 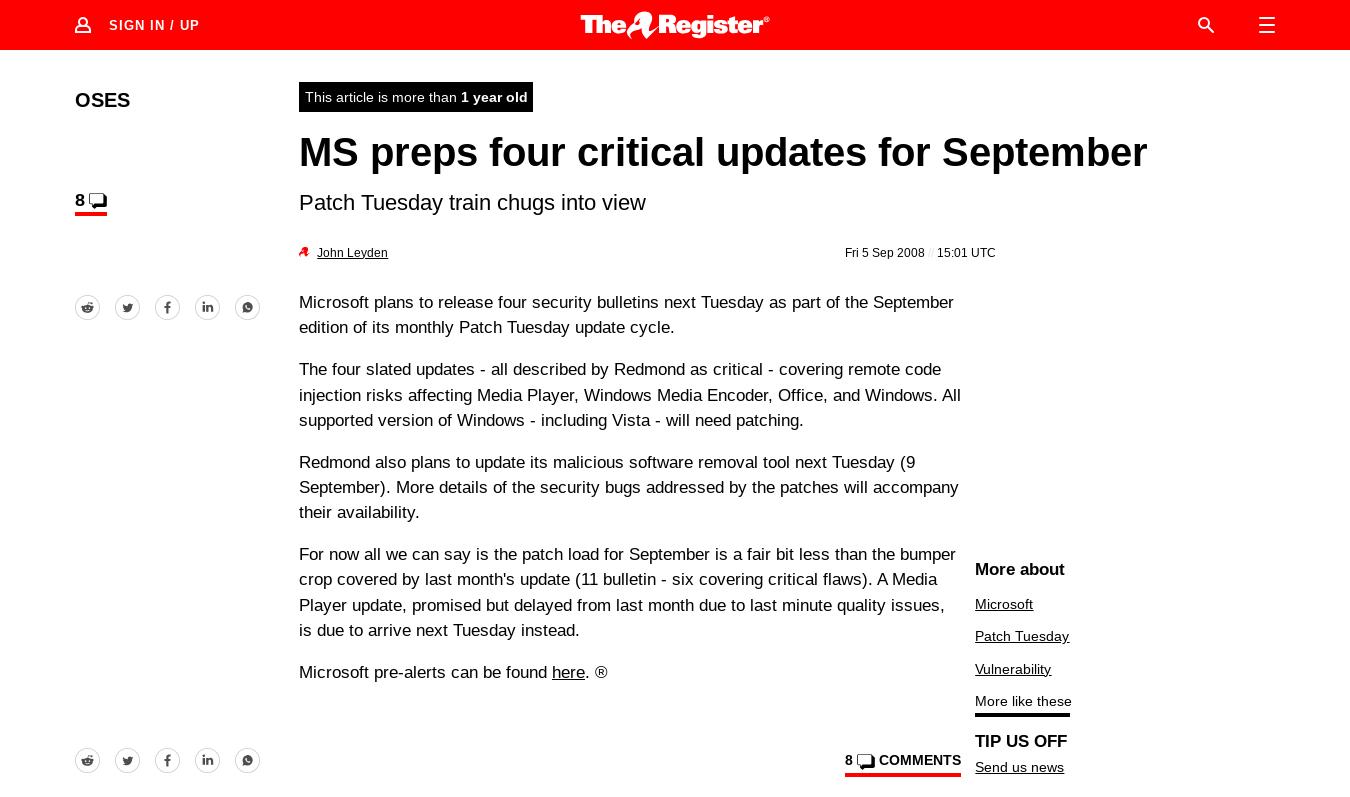 I want to click on 'Patch Tuesday train chugs into view', so click(x=471, y=200).